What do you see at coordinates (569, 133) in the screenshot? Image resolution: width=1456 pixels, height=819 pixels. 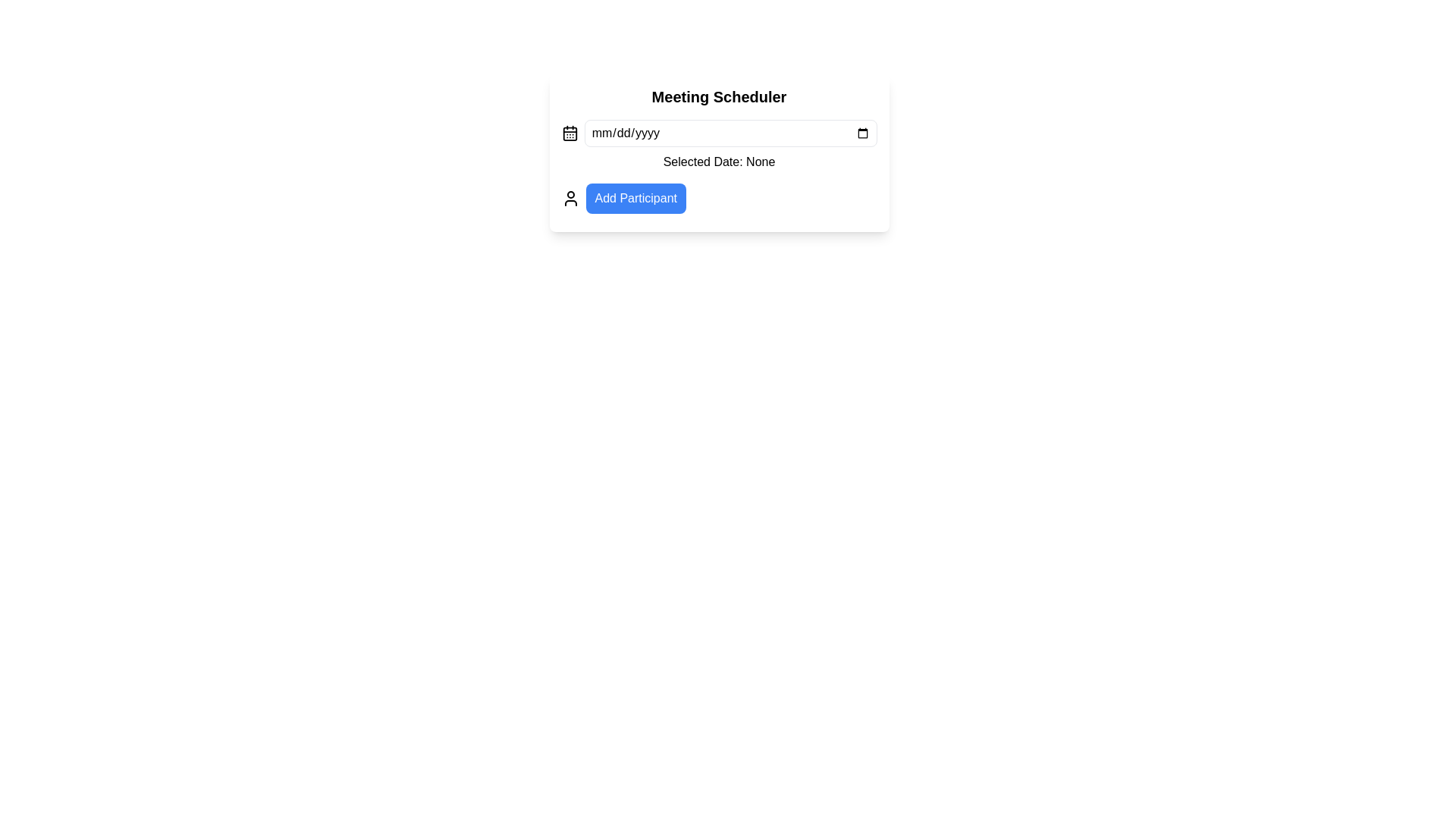 I see `the date picker icon located on the left side of the date input field` at bounding box center [569, 133].